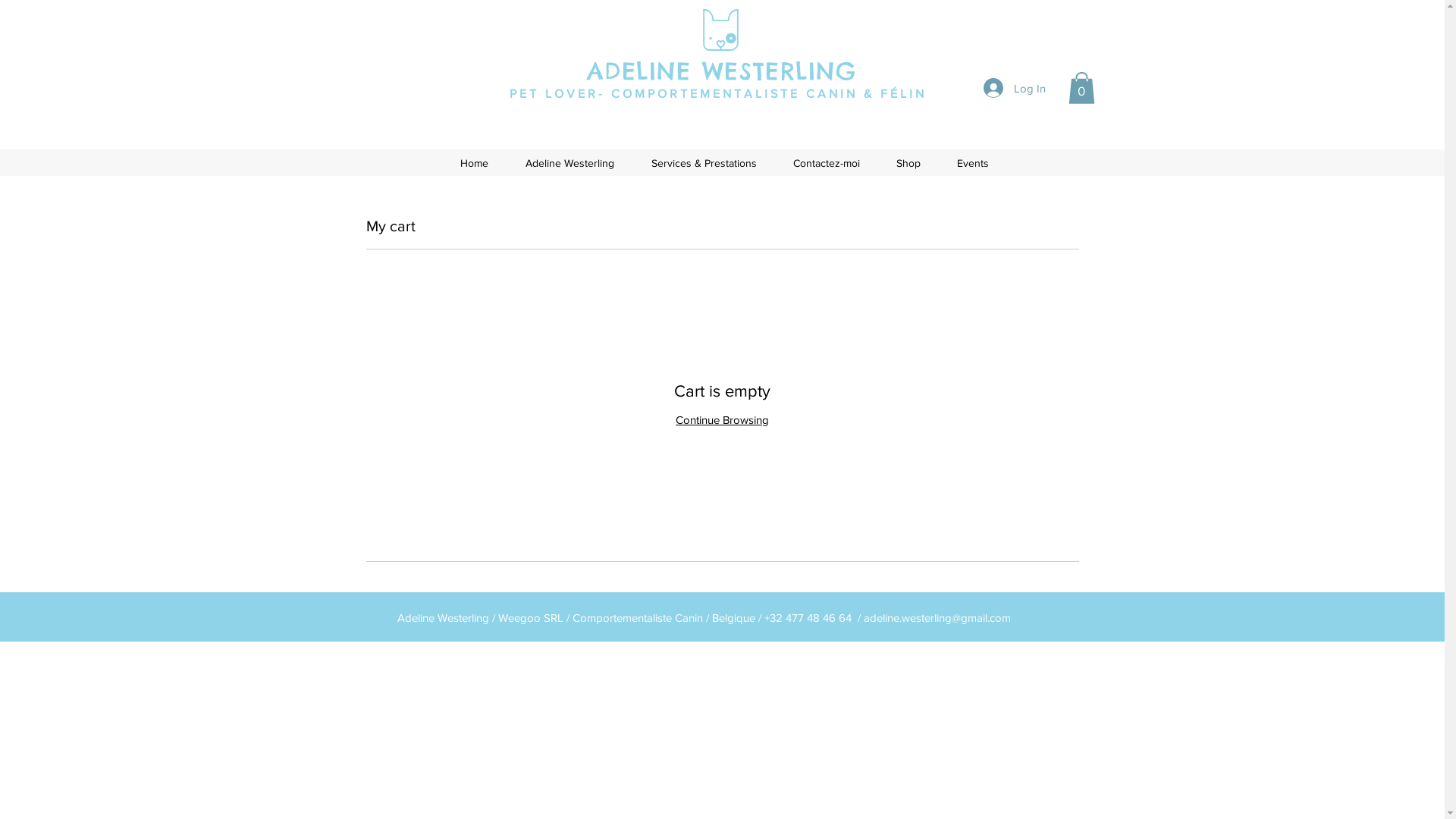 This screenshot has width=1456, height=819. What do you see at coordinates (721, 419) in the screenshot?
I see `'Continue Browsing'` at bounding box center [721, 419].